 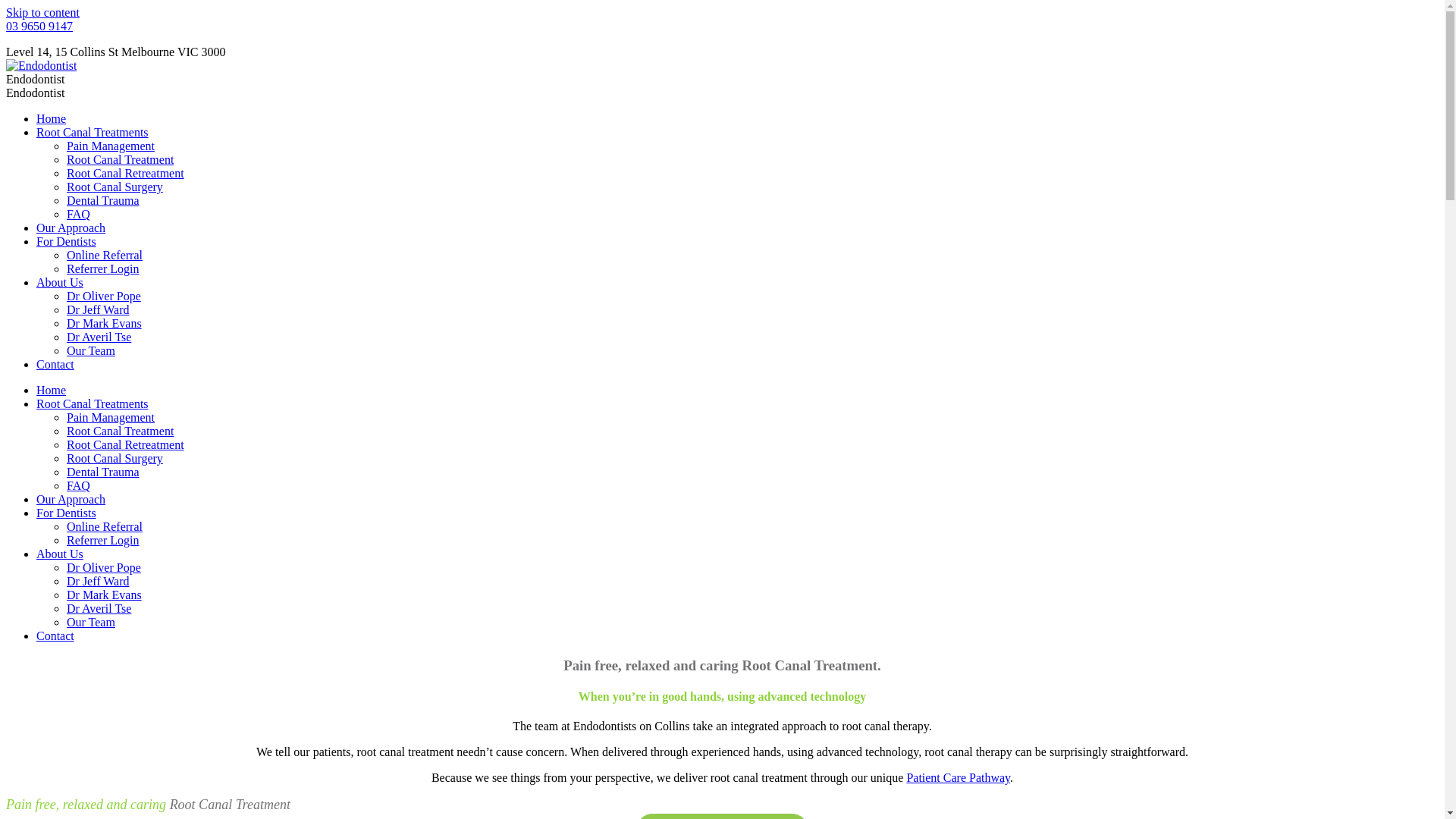 What do you see at coordinates (42, 12) in the screenshot?
I see `'Skip to content'` at bounding box center [42, 12].